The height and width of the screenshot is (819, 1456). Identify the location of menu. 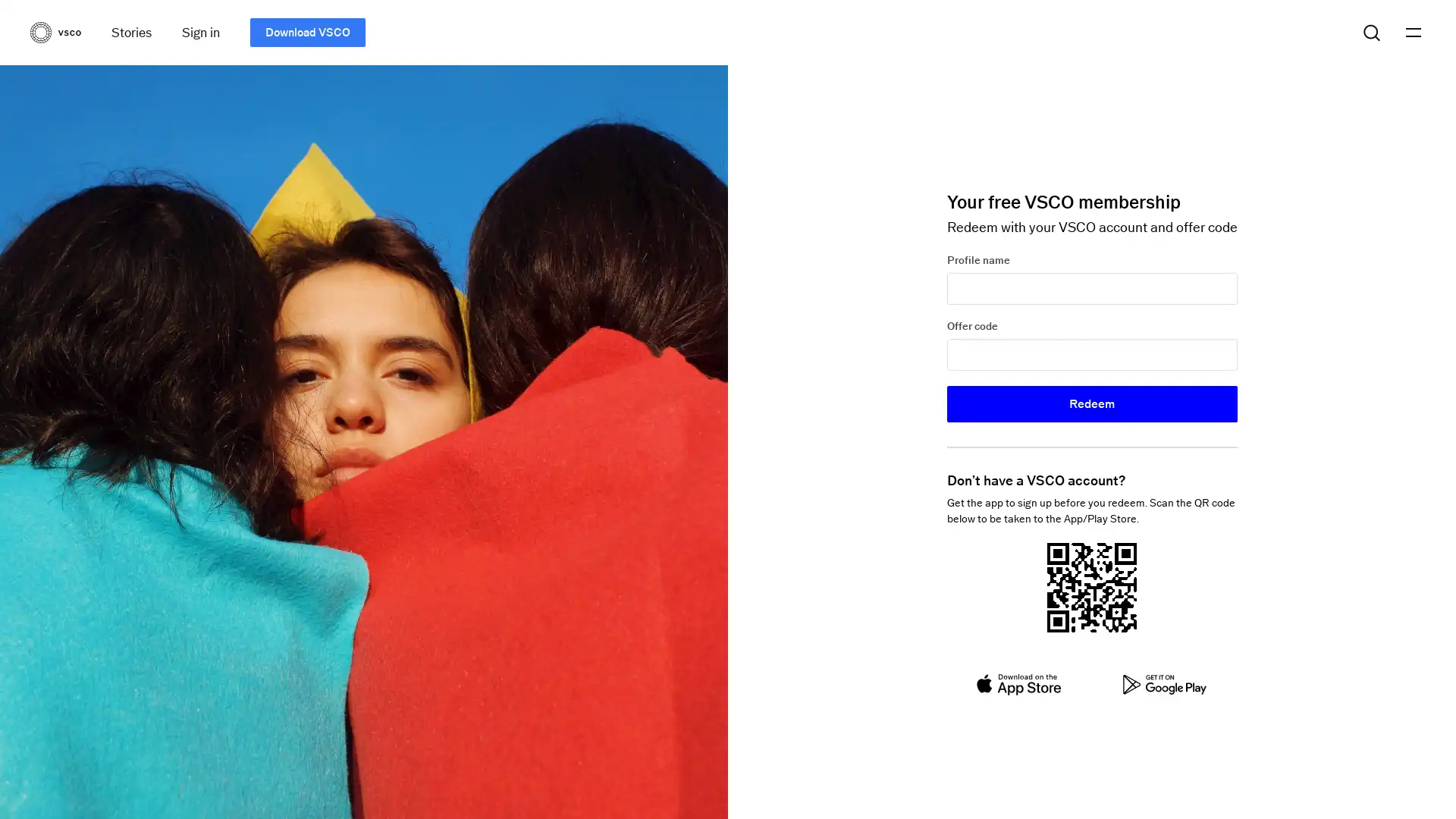
(1412, 32).